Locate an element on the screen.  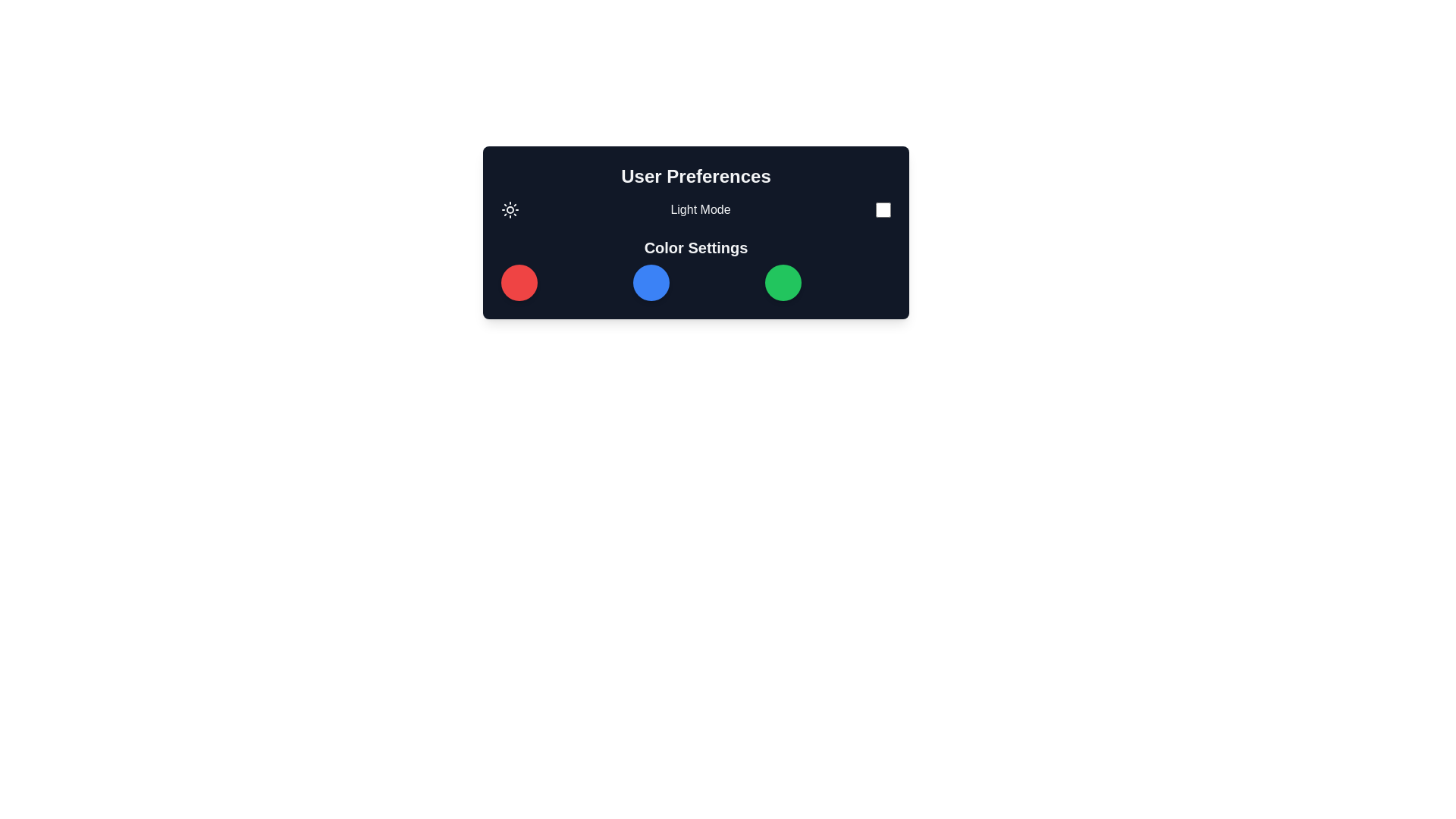
the checkbox for toggling the light mode setting is located at coordinates (883, 210).